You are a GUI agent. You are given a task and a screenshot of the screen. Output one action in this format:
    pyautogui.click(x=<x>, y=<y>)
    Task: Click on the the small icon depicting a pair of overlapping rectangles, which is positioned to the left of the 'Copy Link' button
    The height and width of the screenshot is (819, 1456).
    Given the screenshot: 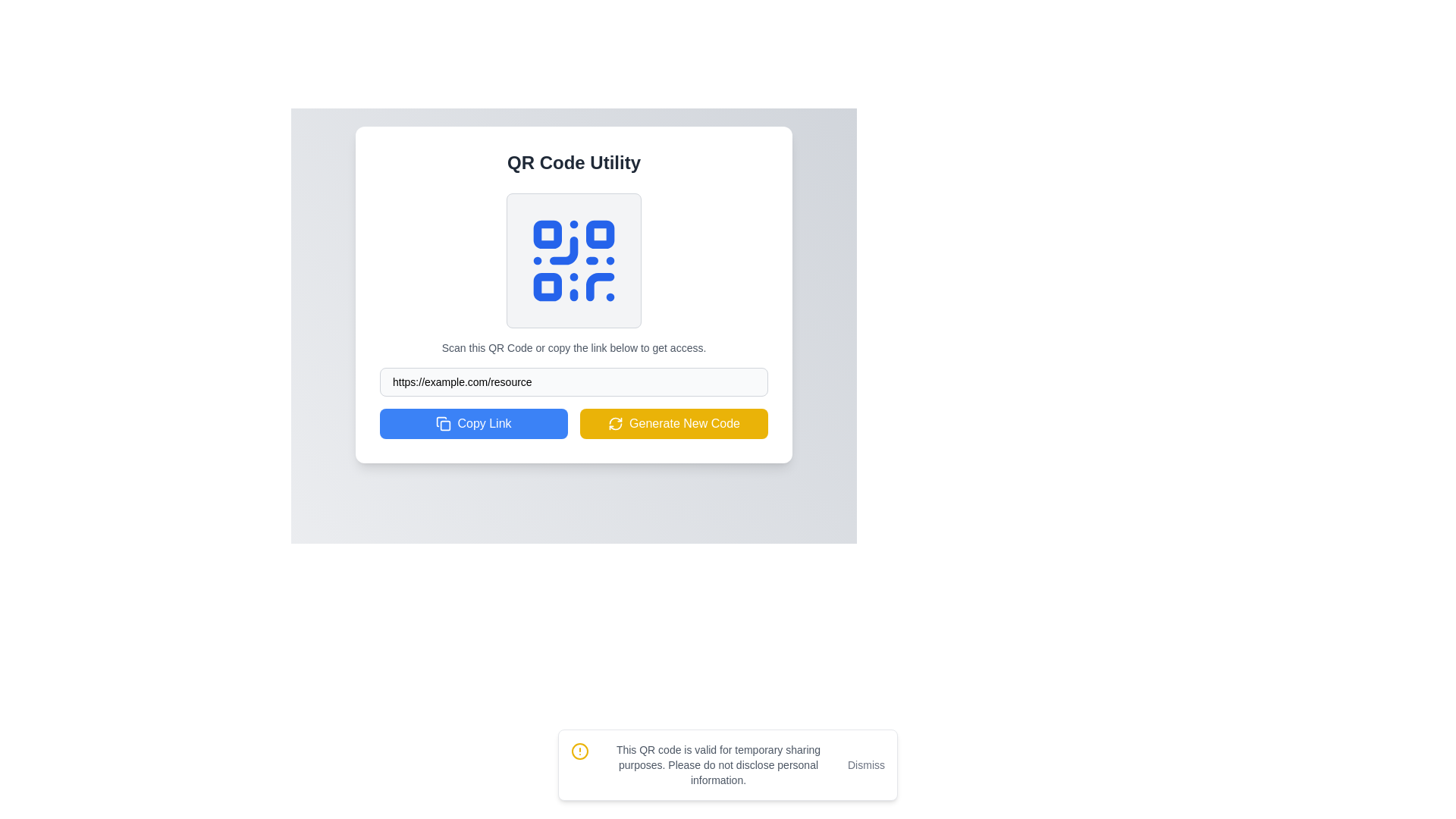 What is the action you would take?
    pyautogui.click(x=443, y=424)
    